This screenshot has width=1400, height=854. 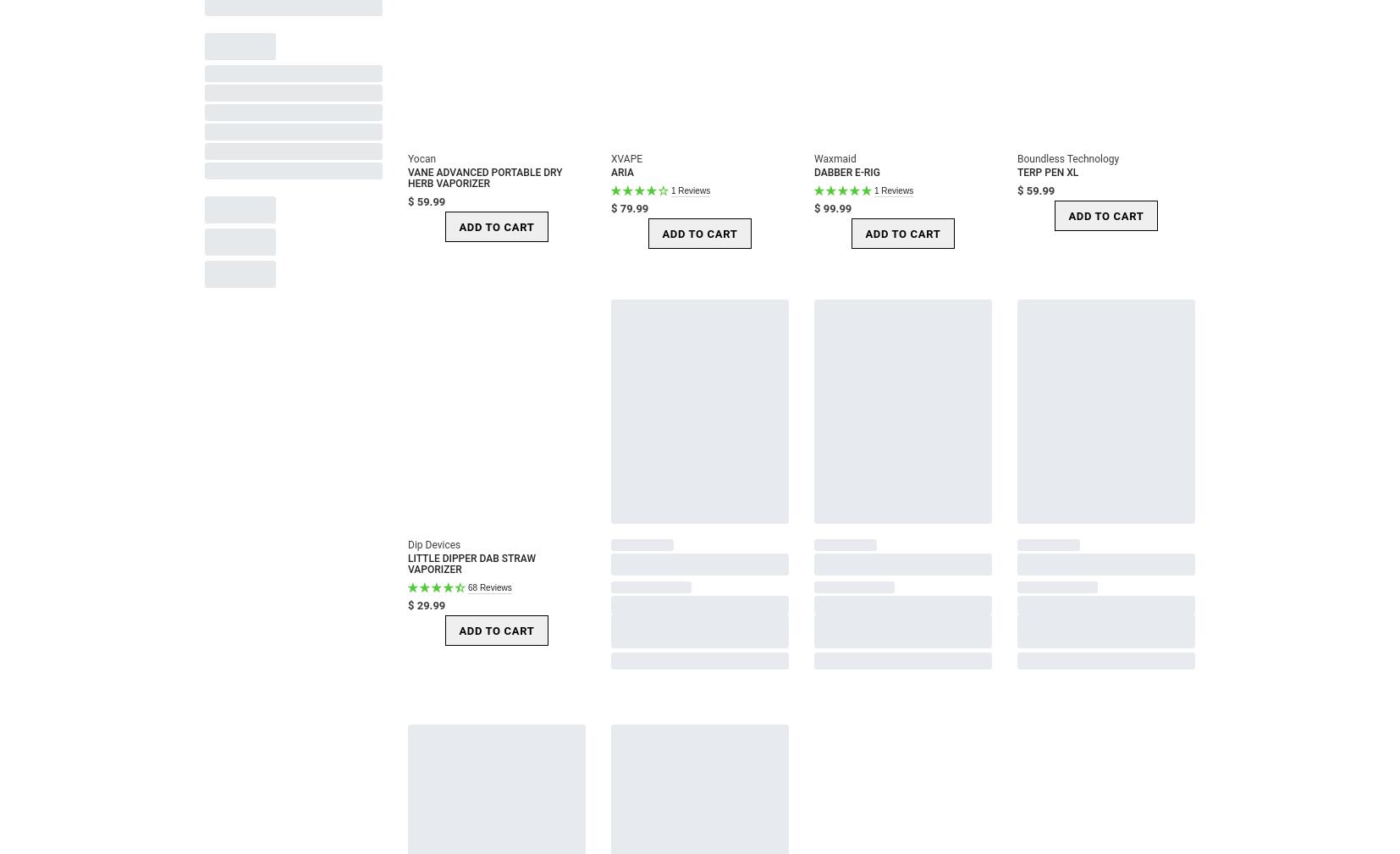 I want to click on 'Puffco Plus', so click(x=249, y=504).